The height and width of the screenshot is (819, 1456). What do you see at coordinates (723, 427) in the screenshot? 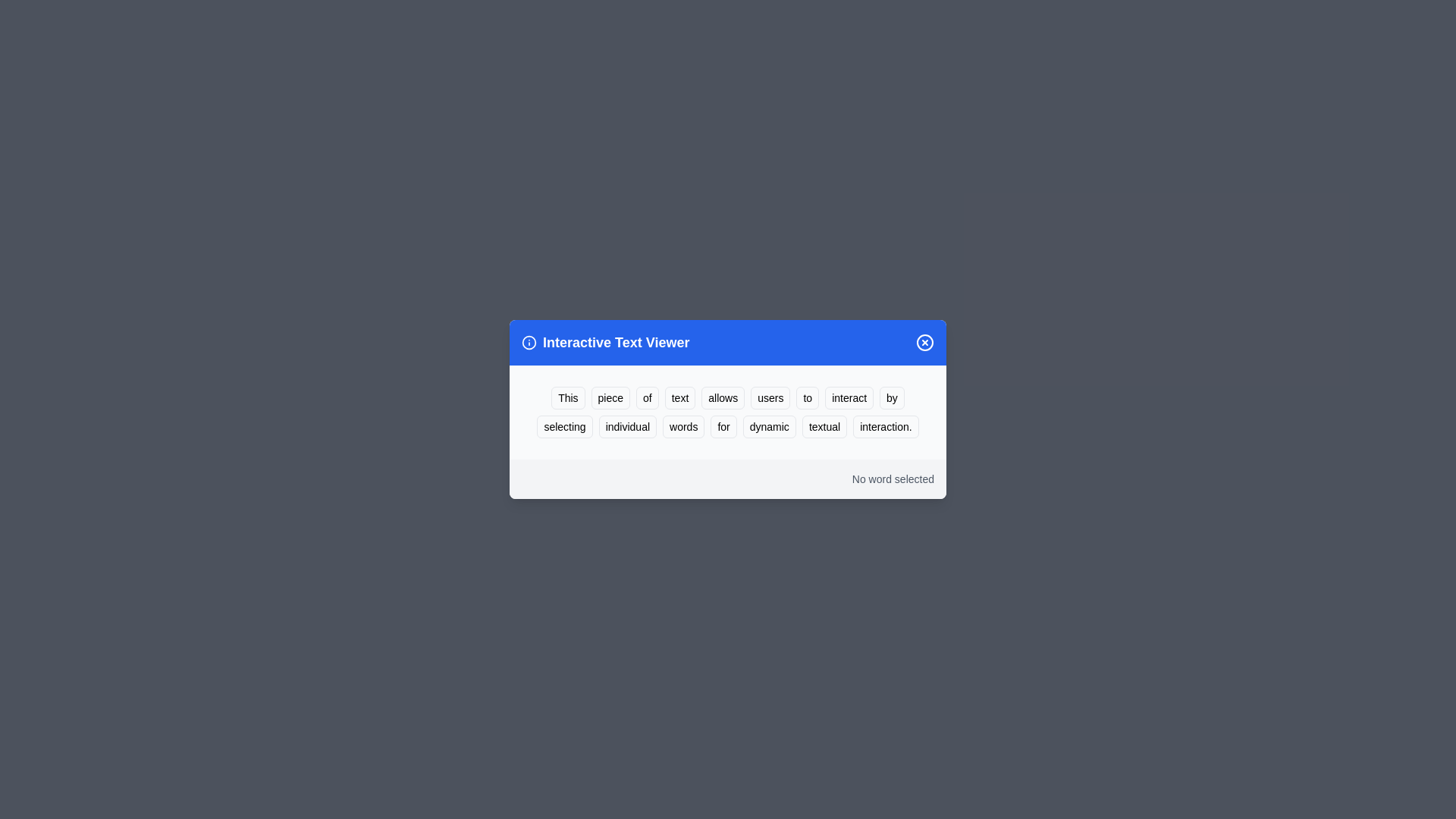
I see `the word 'for' to highlight it` at bounding box center [723, 427].